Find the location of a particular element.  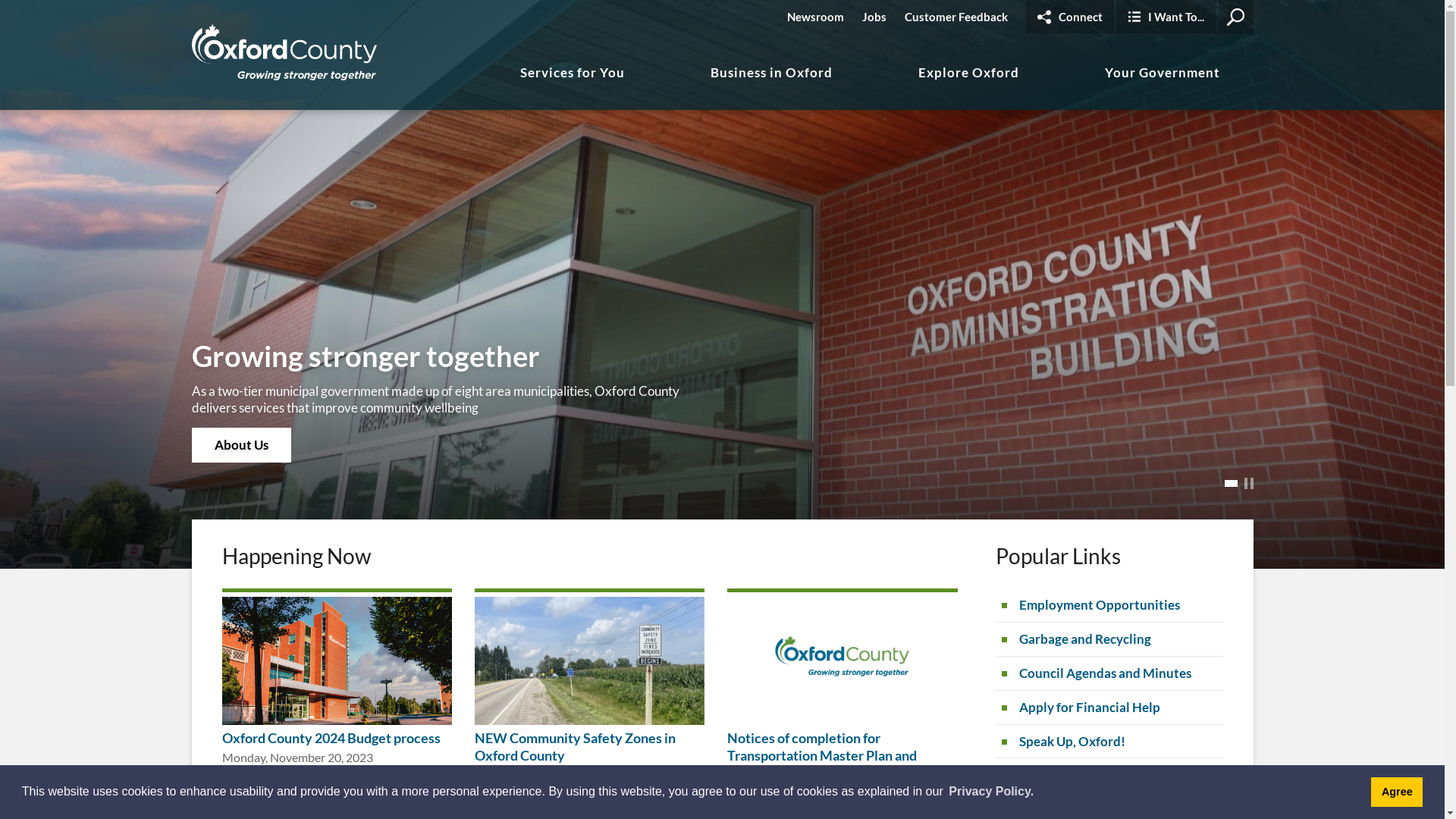

'Connect' is located at coordinates (1068, 17).